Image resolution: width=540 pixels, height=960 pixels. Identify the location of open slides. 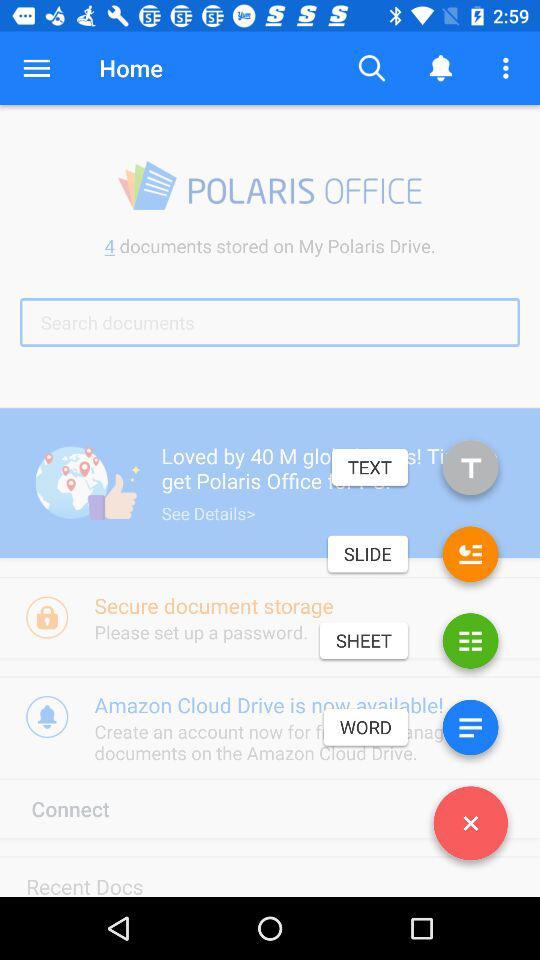
(470, 558).